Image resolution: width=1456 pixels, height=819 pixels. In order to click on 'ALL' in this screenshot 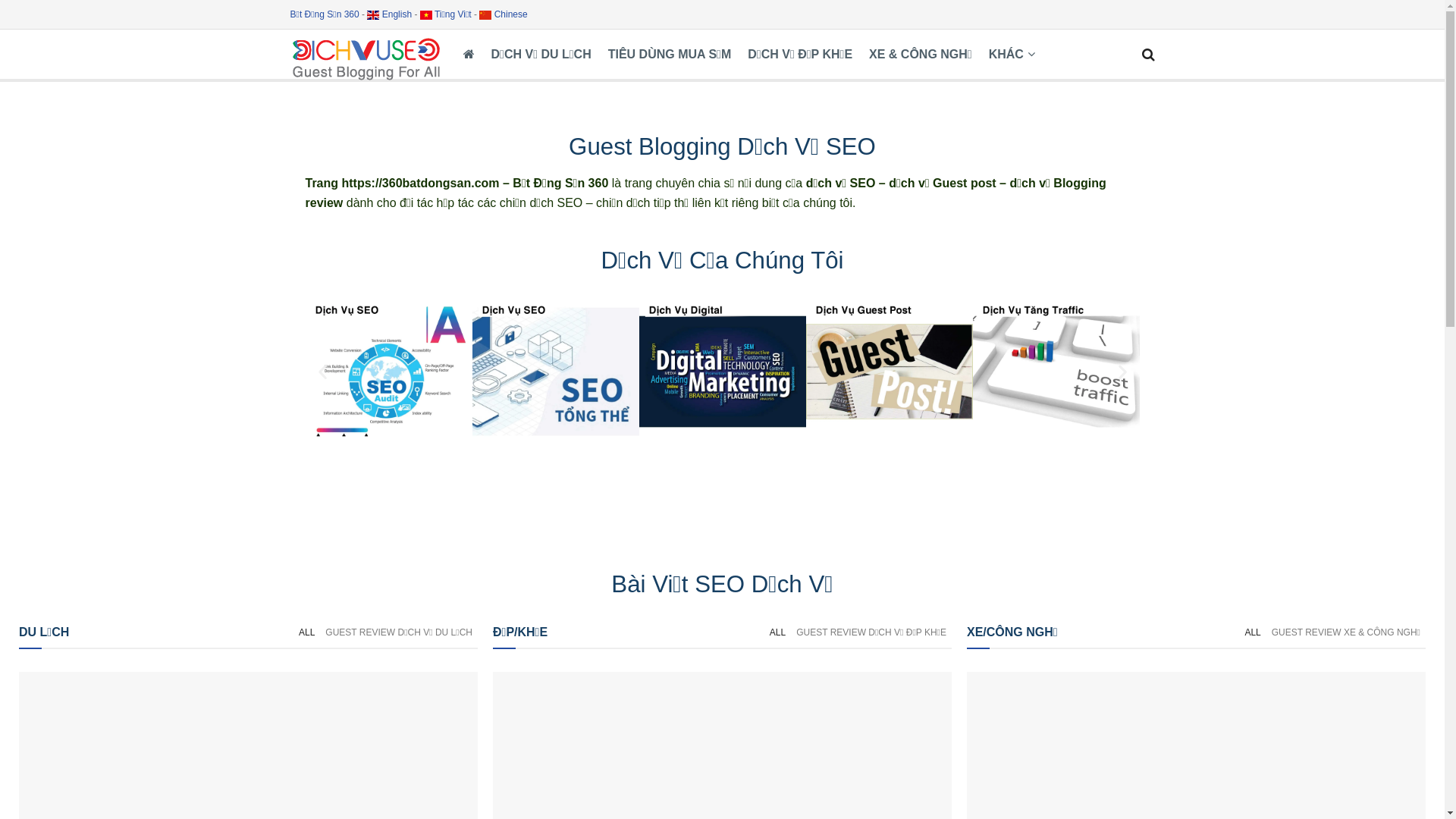, I will do `click(1238, 632)`.